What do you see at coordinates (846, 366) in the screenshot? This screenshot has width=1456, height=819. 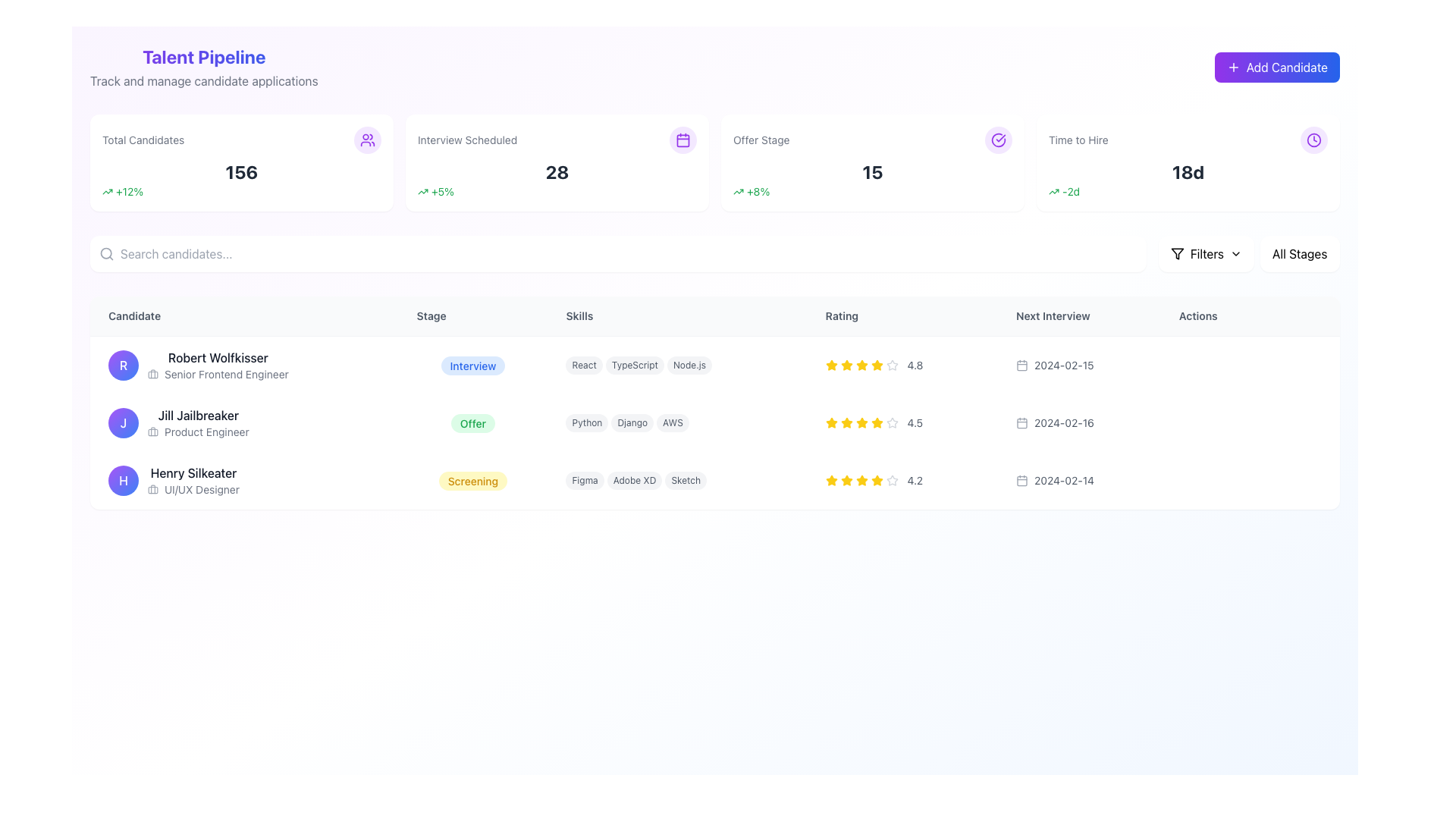 I see `the third star icon in the 'Rating' column of the first row for the candidate 'Robert Wolfkisser' to focus it` at bounding box center [846, 366].